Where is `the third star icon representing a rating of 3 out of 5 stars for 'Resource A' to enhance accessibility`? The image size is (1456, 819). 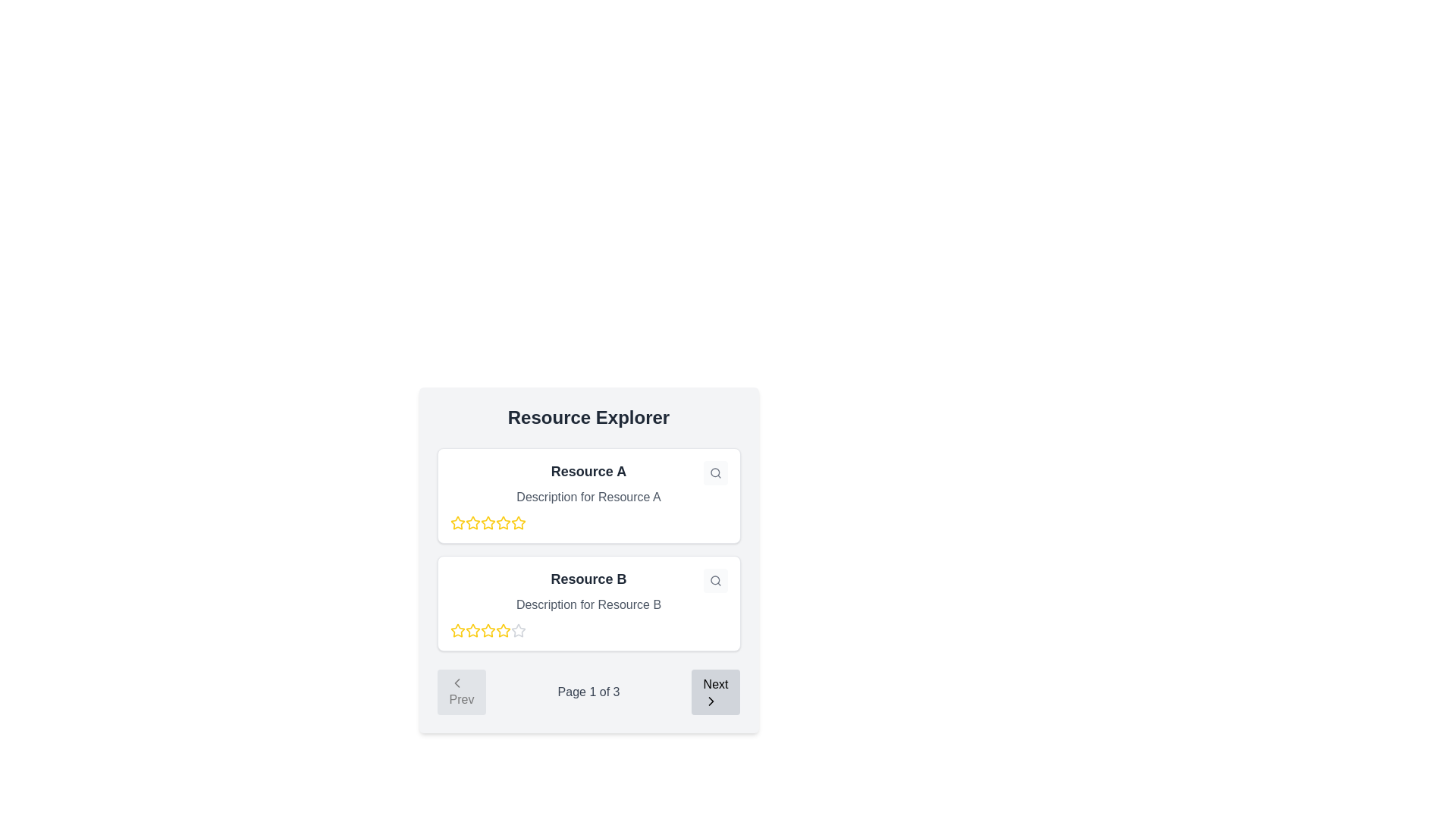
the third star icon representing a rating of 3 out of 5 stars for 'Resource A' to enhance accessibility is located at coordinates (472, 522).